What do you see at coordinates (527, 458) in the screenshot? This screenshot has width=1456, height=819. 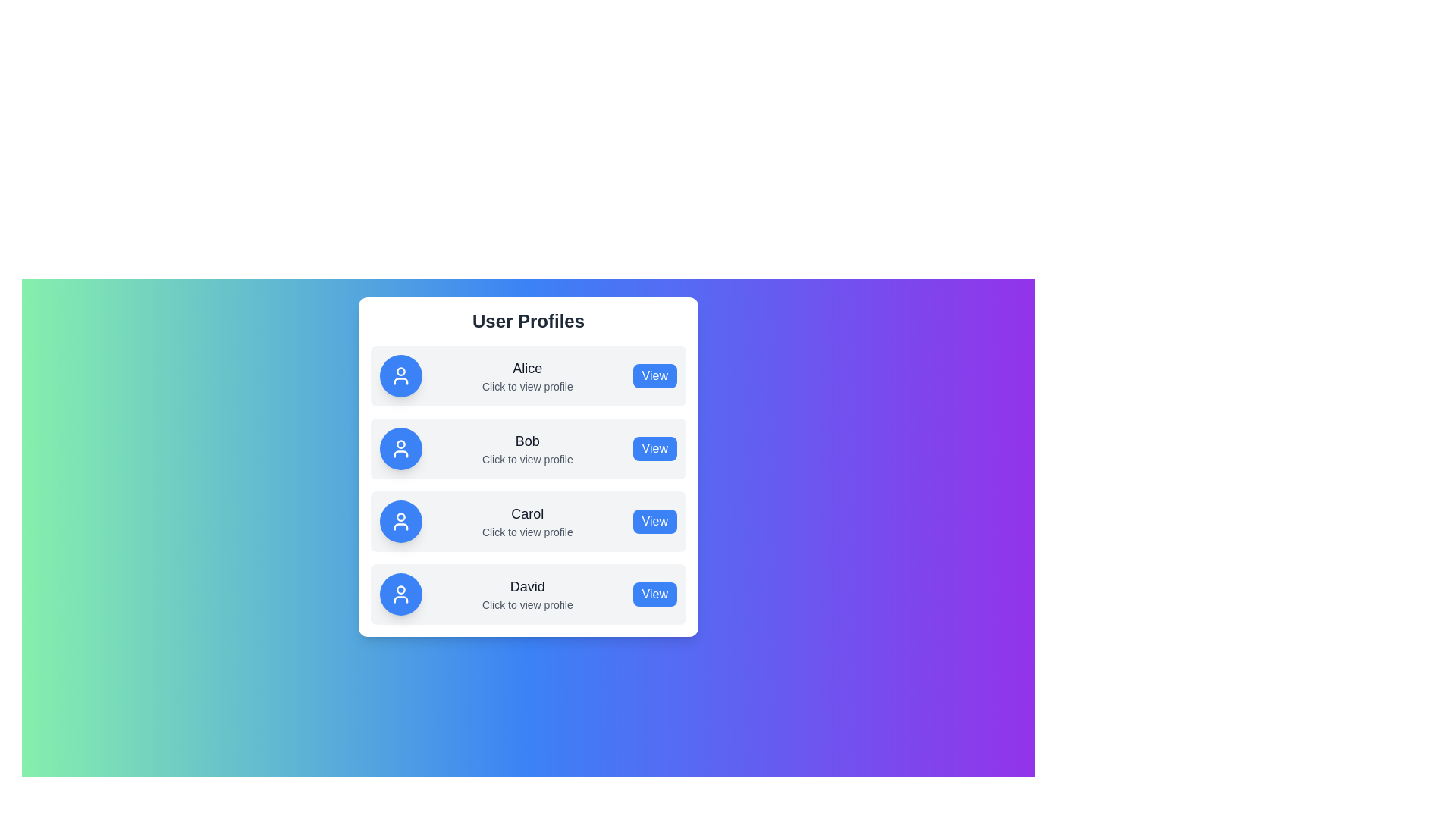 I see `the descriptive text element that says 'Click` at bounding box center [527, 458].